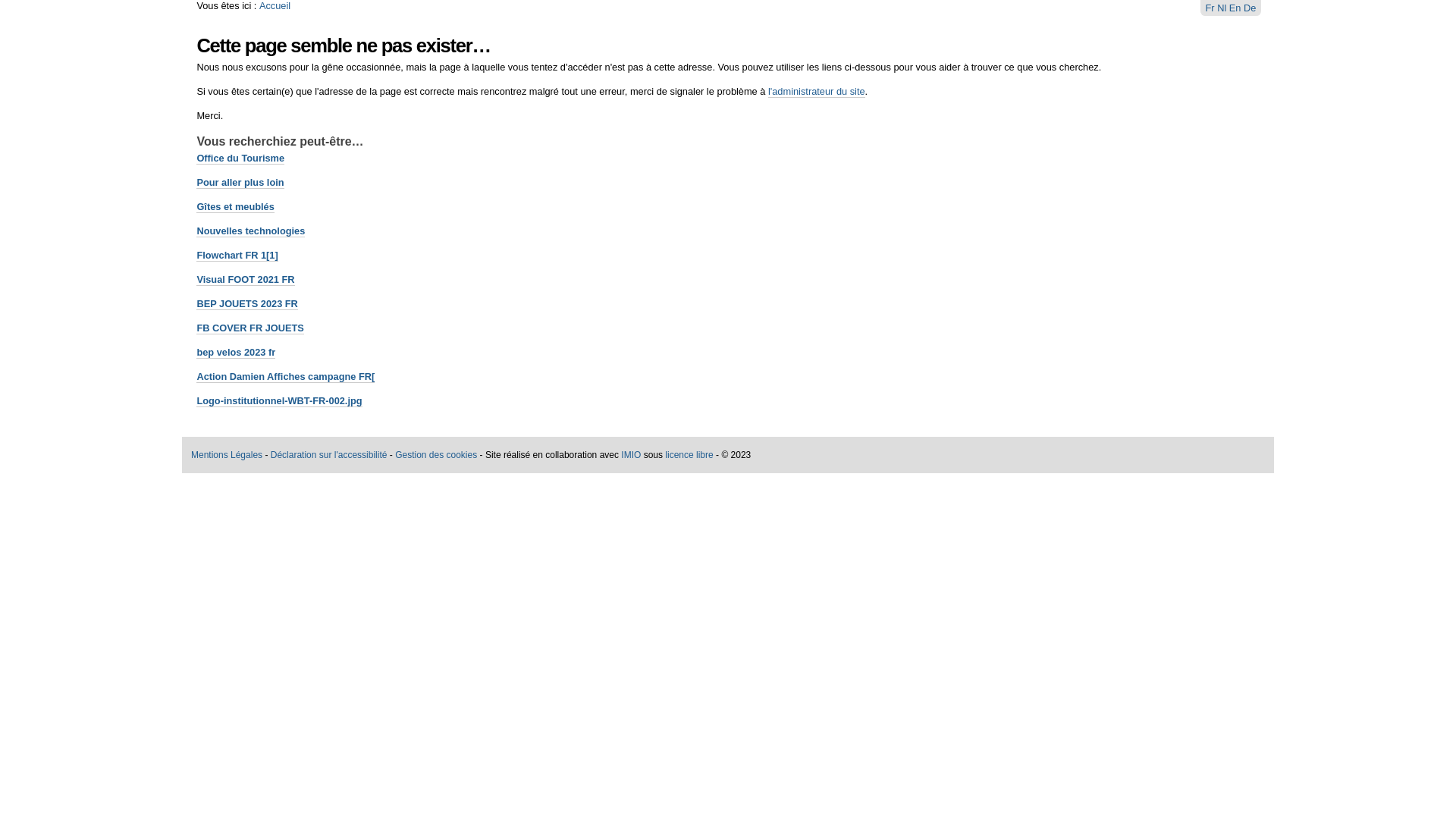 Image resolution: width=1456 pixels, height=819 pixels. What do you see at coordinates (279, 400) in the screenshot?
I see `'Logo-institutionnel-WBT-FR-002.jpg'` at bounding box center [279, 400].